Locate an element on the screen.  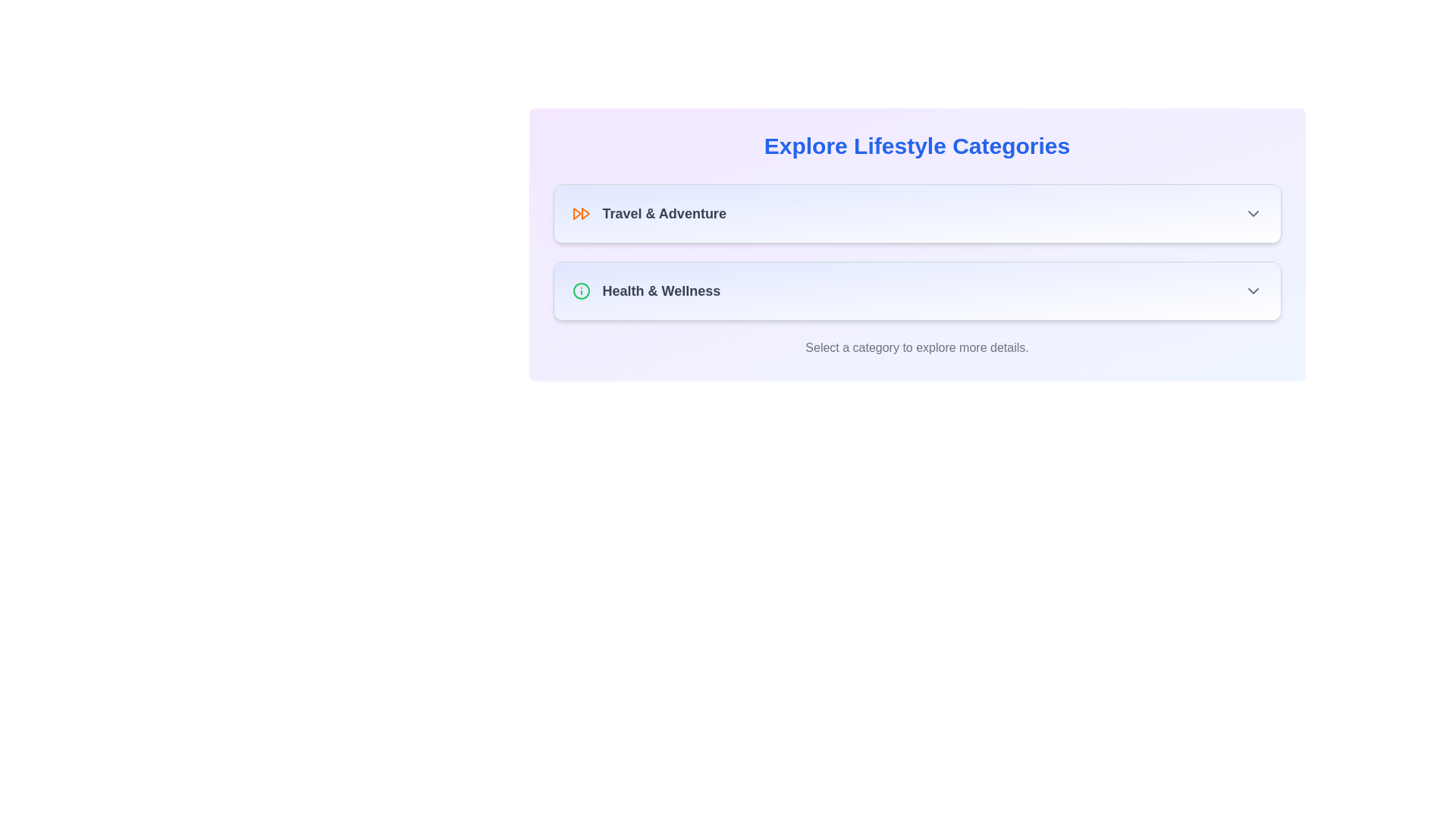
text header labeled 'Explore Lifestyle Categories' which is styled in large, bold, blue font and centrally aligned at the top center of the category selection interface is located at coordinates (916, 146).